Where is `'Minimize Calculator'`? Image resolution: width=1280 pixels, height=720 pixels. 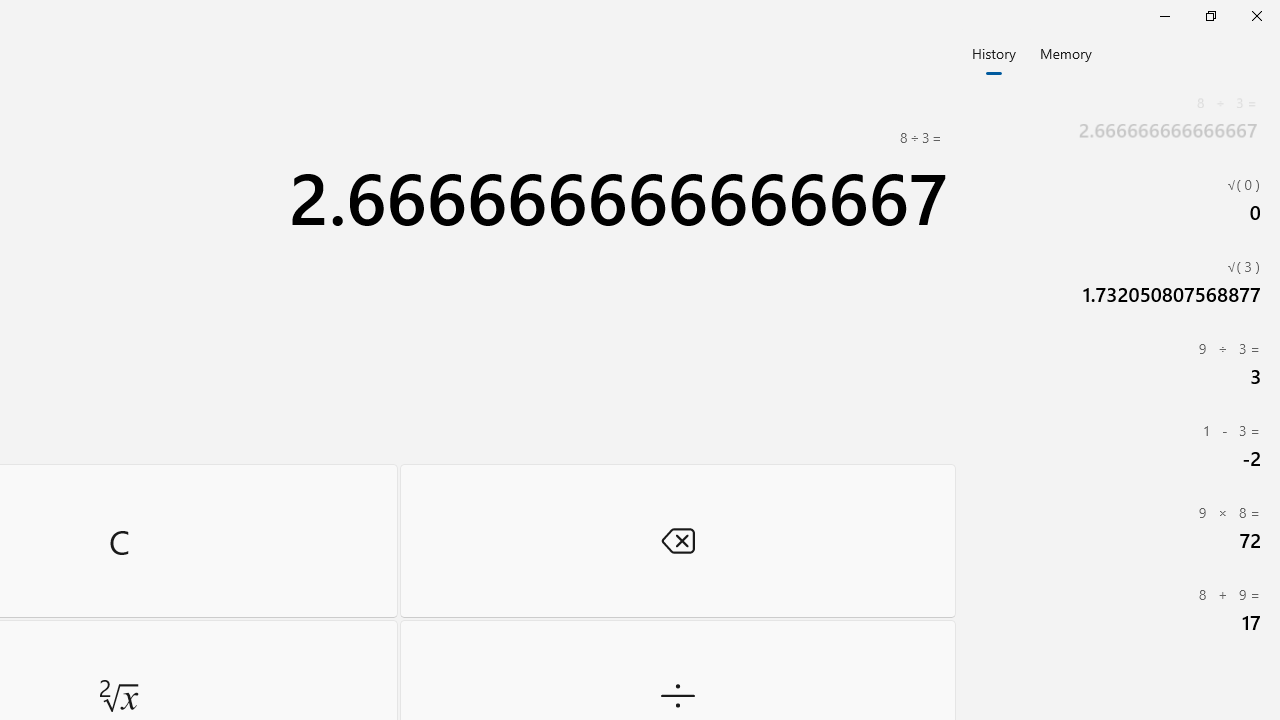 'Minimize Calculator' is located at coordinates (1164, 15).